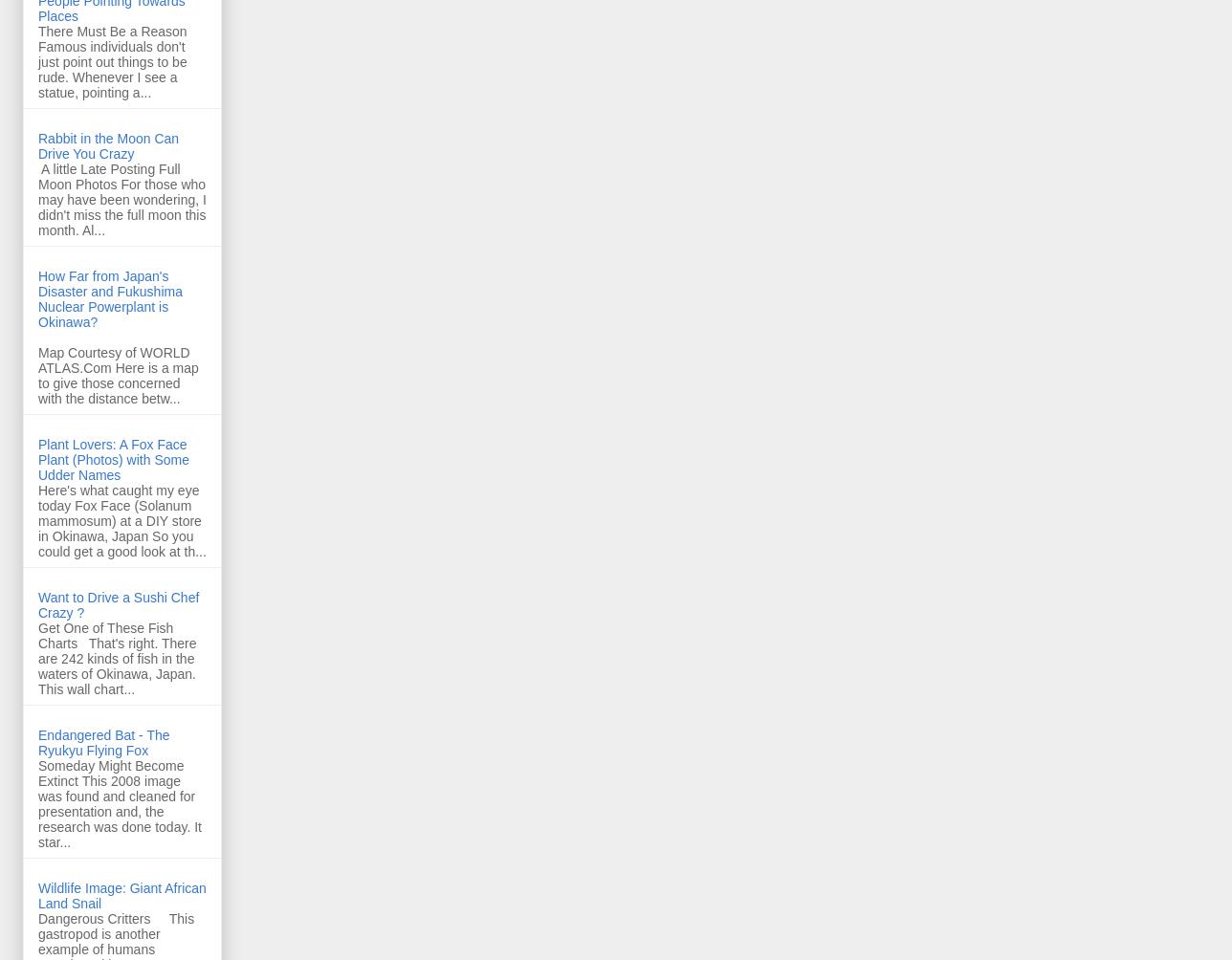 The height and width of the screenshot is (960, 1232). What do you see at coordinates (120, 60) in the screenshot?
I see `'There Must Be a Reason               Famous individuals don't just point out things to be rude.     Whenever I see a statue, pointing a...'` at bounding box center [120, 60].